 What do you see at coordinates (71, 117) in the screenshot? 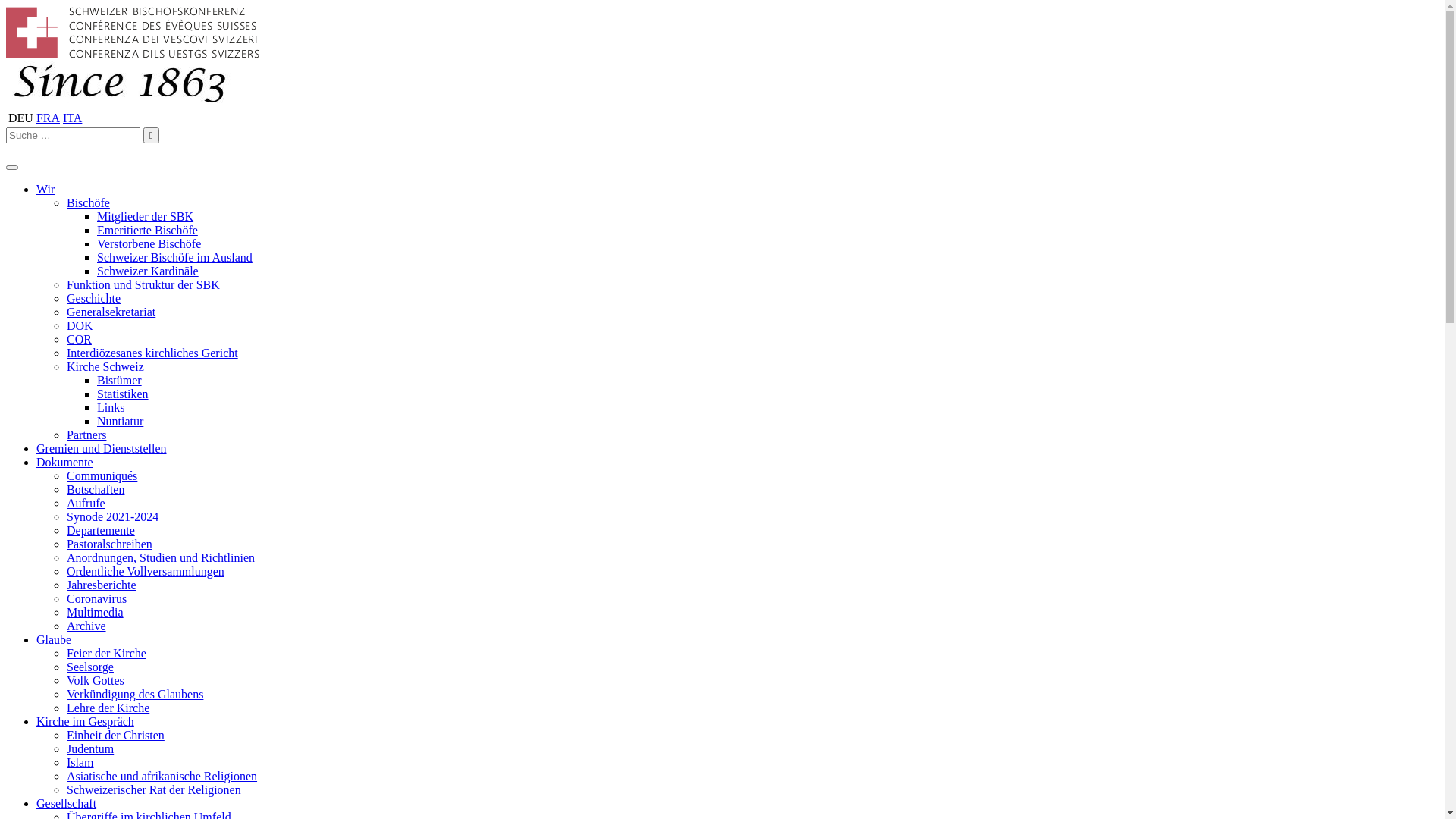
I see `'ITA'` at bounding box center [71, 117].